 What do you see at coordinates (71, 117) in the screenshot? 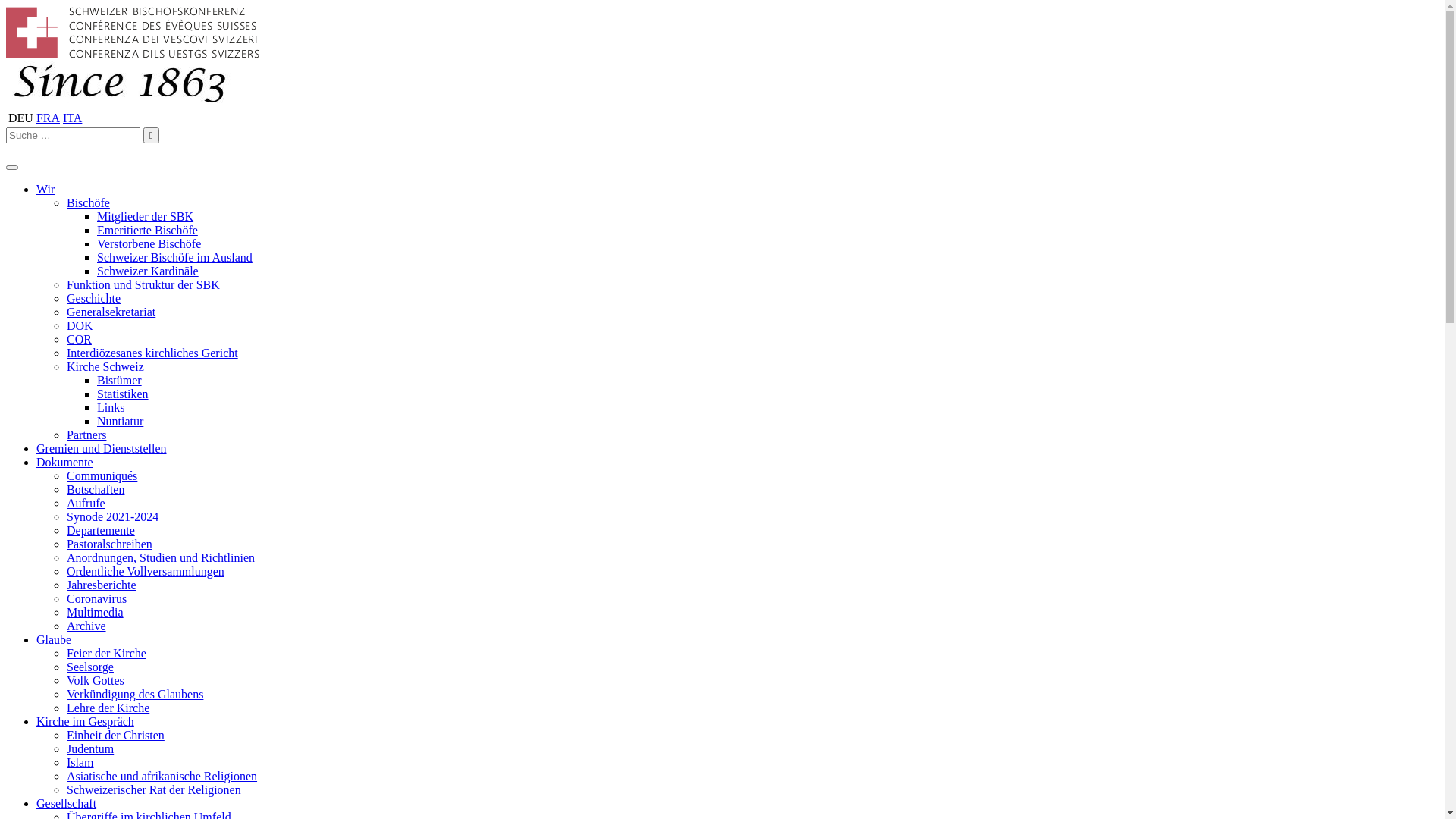
I see `'ITA'` at bounding box center [71, 117].